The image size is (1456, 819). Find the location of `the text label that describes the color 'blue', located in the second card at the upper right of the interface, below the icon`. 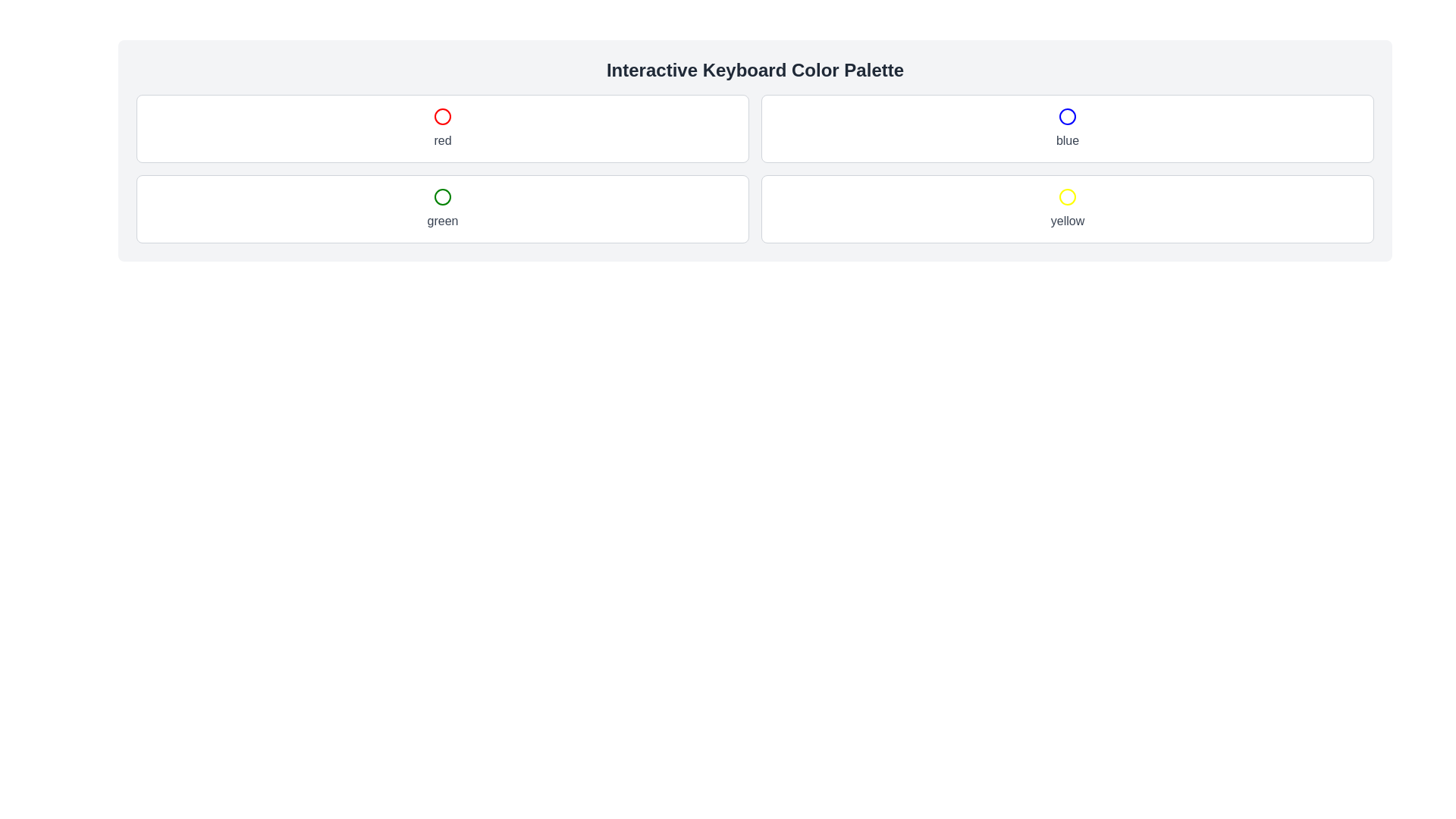

the text label that describes the color 'blue', located in the second card at the upper right of the interface, below the icon is located at coordinates (1066, 140).